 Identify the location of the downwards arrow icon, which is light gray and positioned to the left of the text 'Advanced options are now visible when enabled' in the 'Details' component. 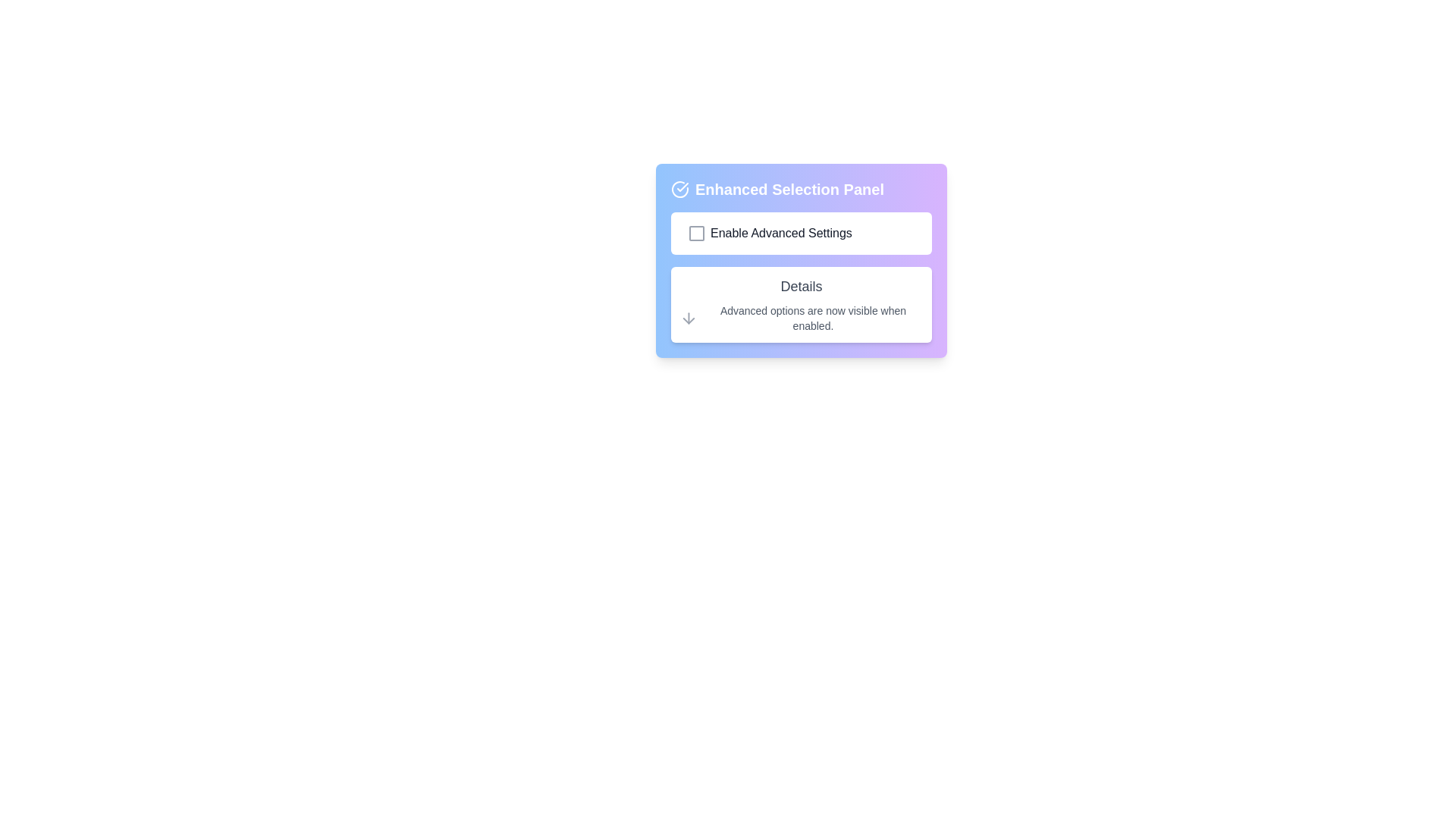
(688, 318).